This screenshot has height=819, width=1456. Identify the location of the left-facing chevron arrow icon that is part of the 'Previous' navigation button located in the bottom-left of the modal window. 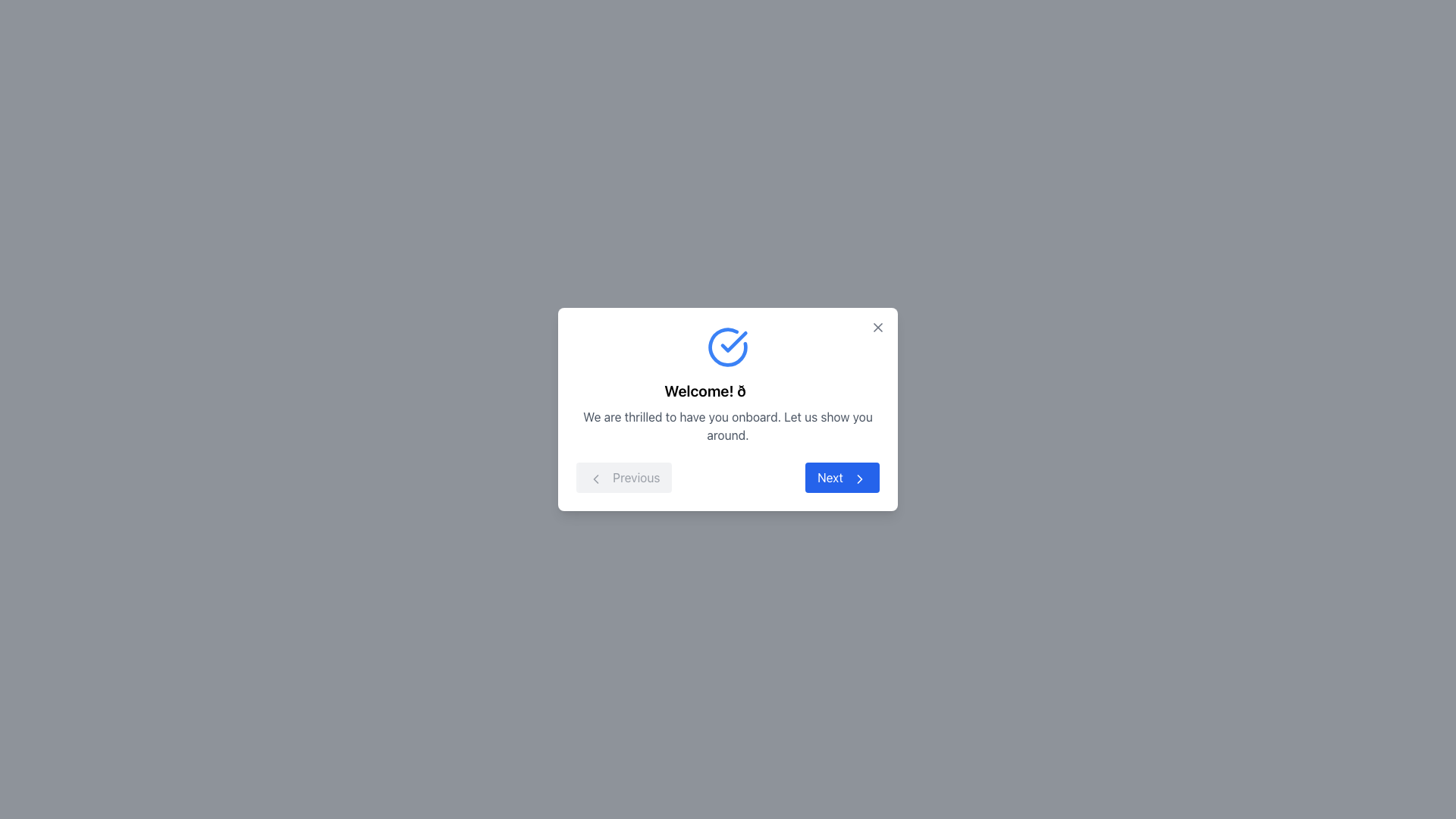
(595, 479).